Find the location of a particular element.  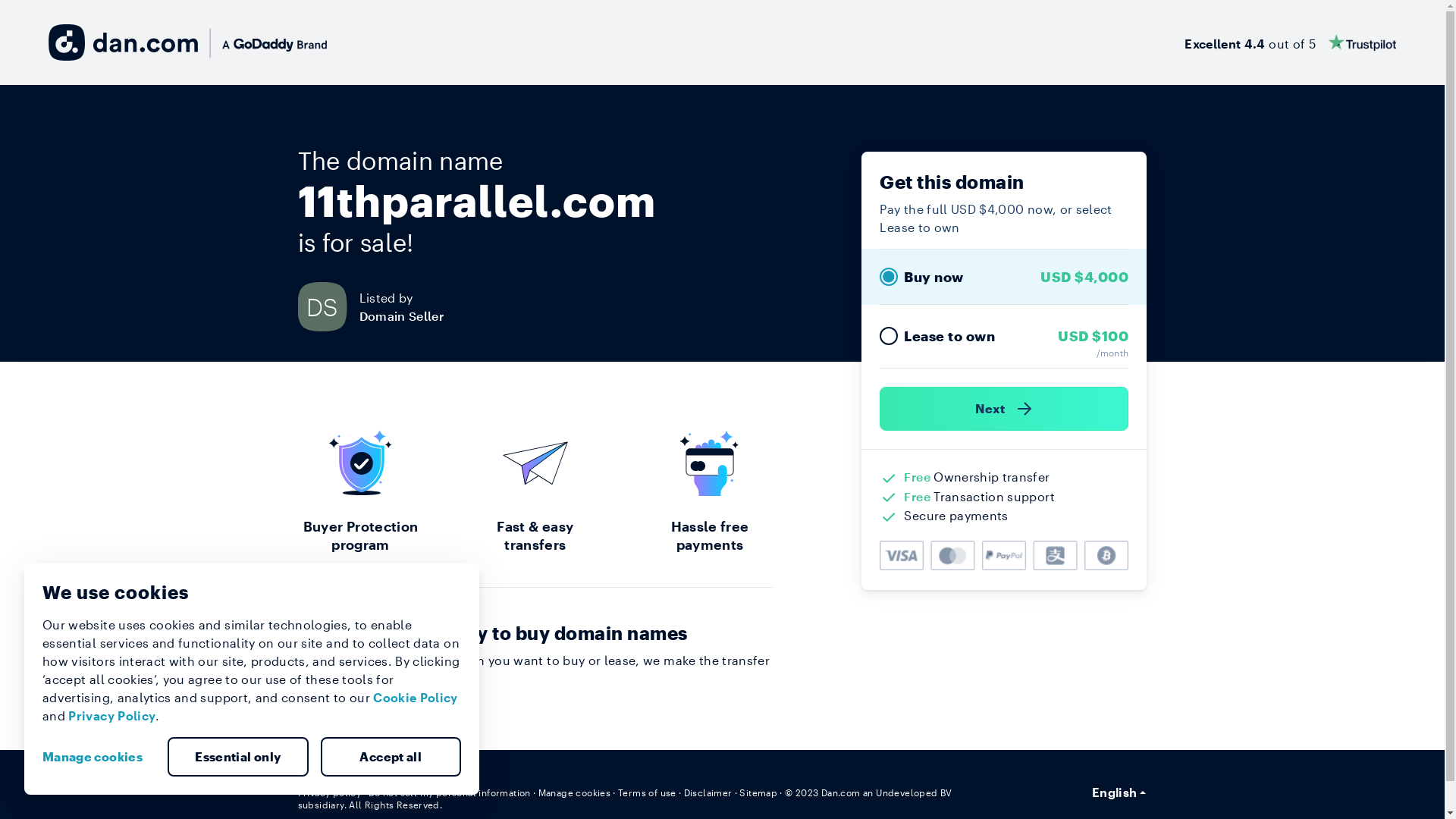

'Disclaimer' is located at coordinates (683, 792).